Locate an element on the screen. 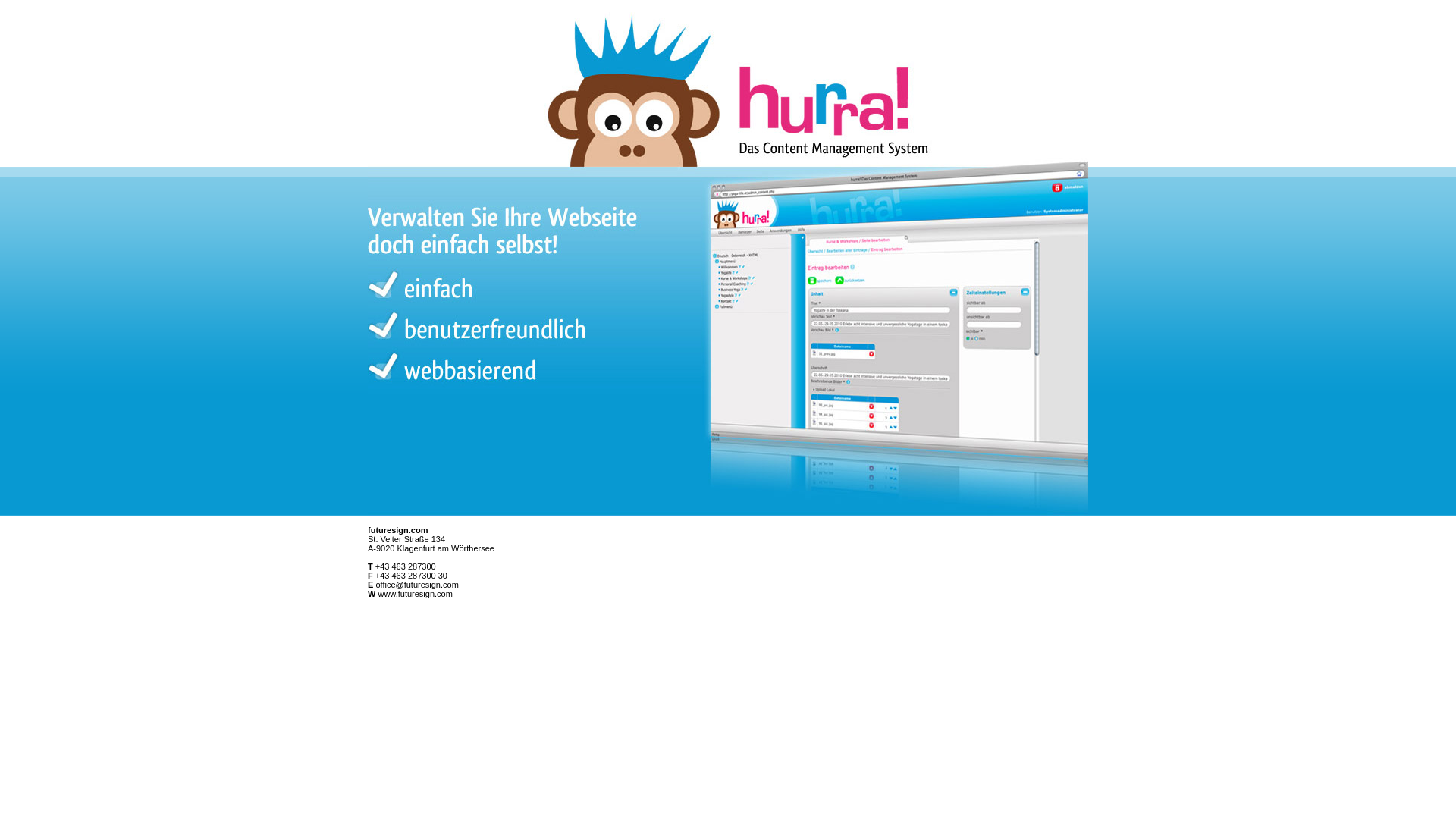 This screenshot has height=819, width=1456. 'office@futuresign.com' is located at coordinates (416, 584).